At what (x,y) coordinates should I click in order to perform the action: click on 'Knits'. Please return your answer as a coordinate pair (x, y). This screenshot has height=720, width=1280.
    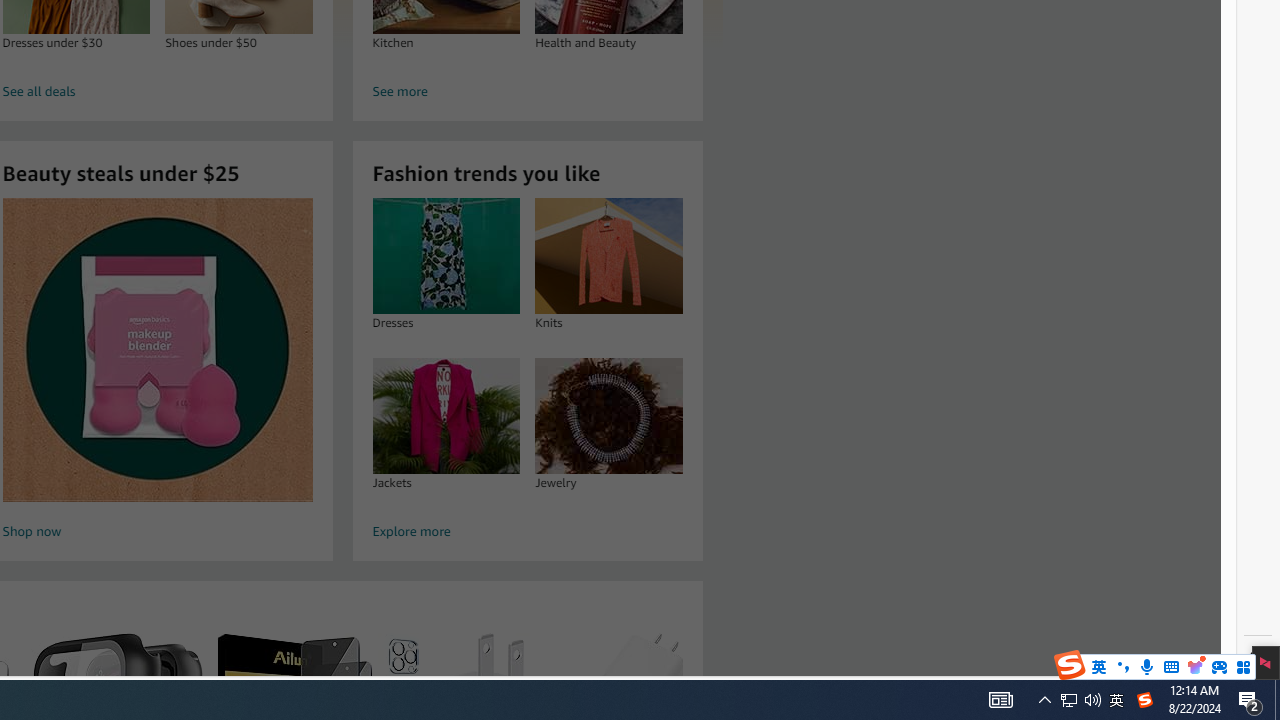
    Looking at the image, I should click on (608, 255).